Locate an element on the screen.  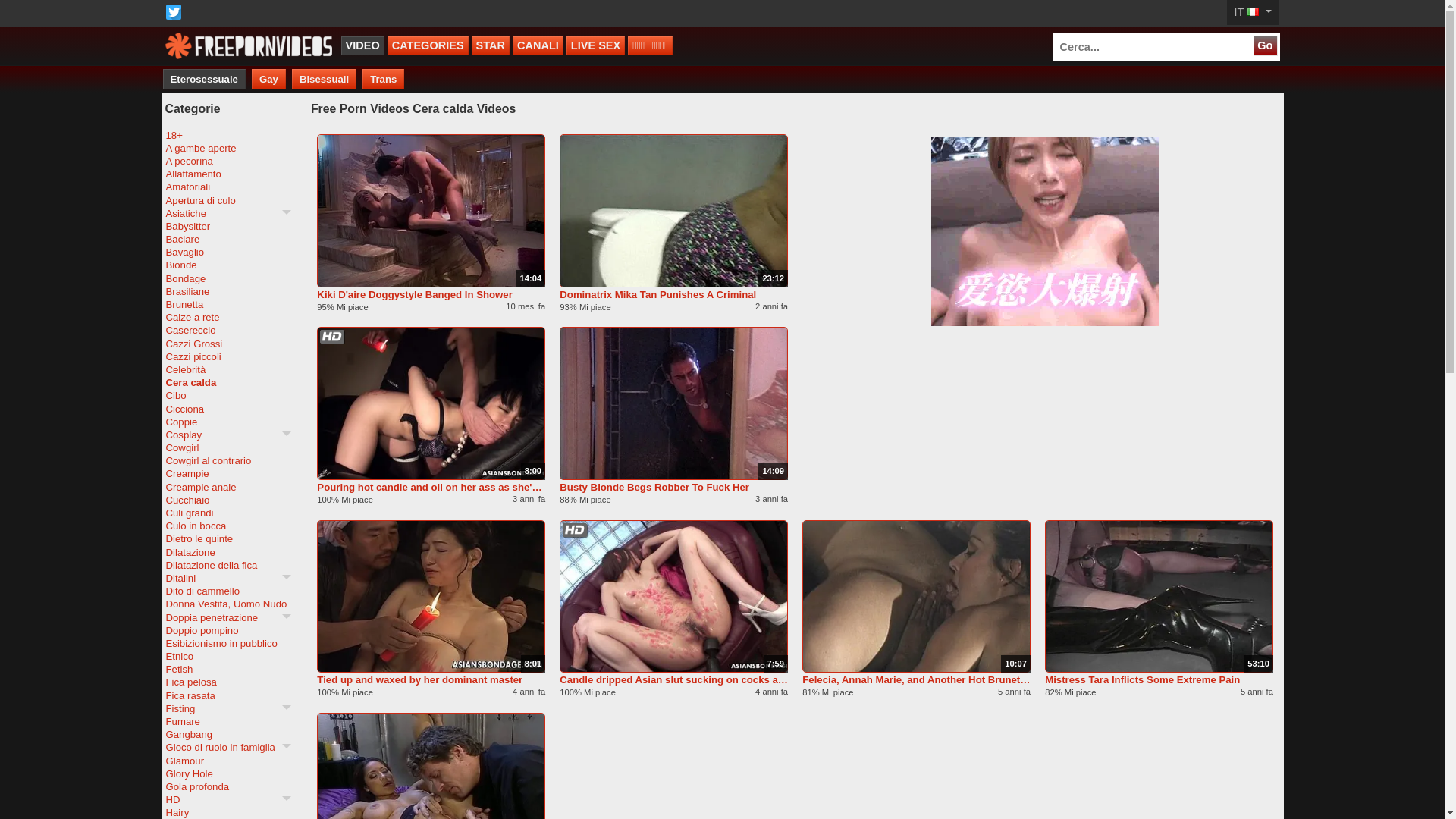
'Cucchiaio' is located at coordinates (227, 500).